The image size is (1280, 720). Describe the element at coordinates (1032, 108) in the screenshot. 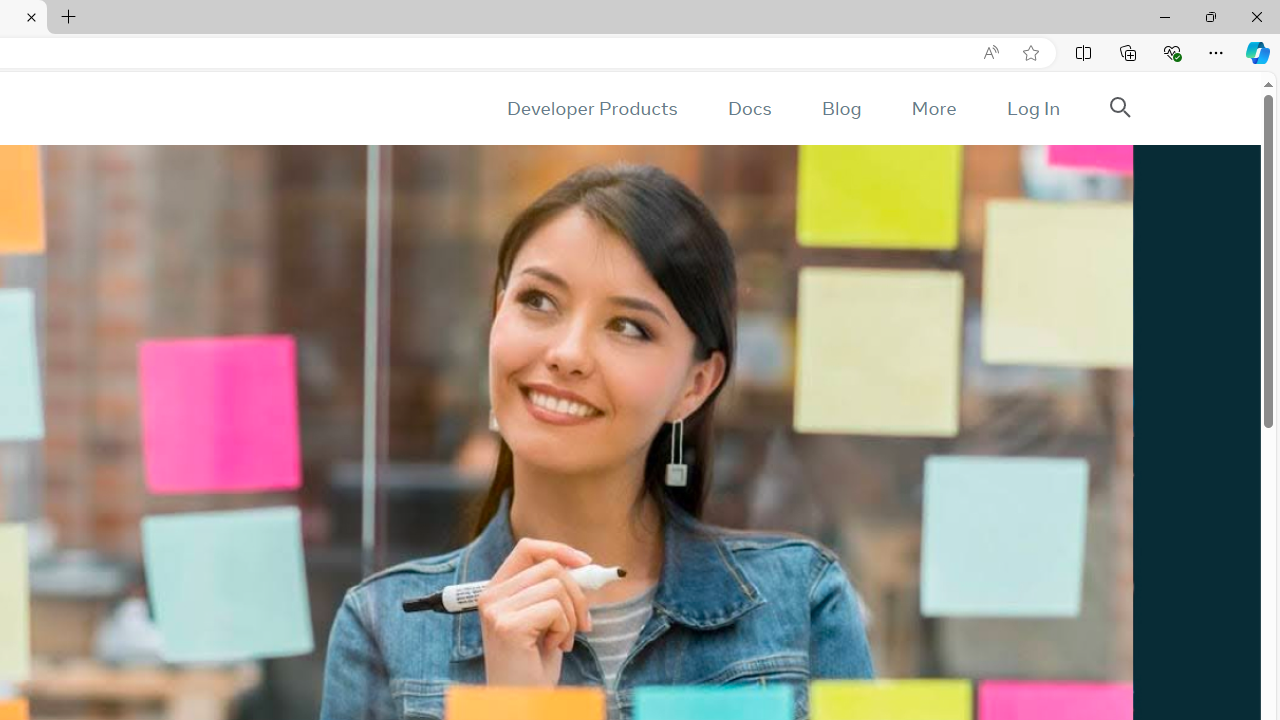

I see `'Log In'` at that location.